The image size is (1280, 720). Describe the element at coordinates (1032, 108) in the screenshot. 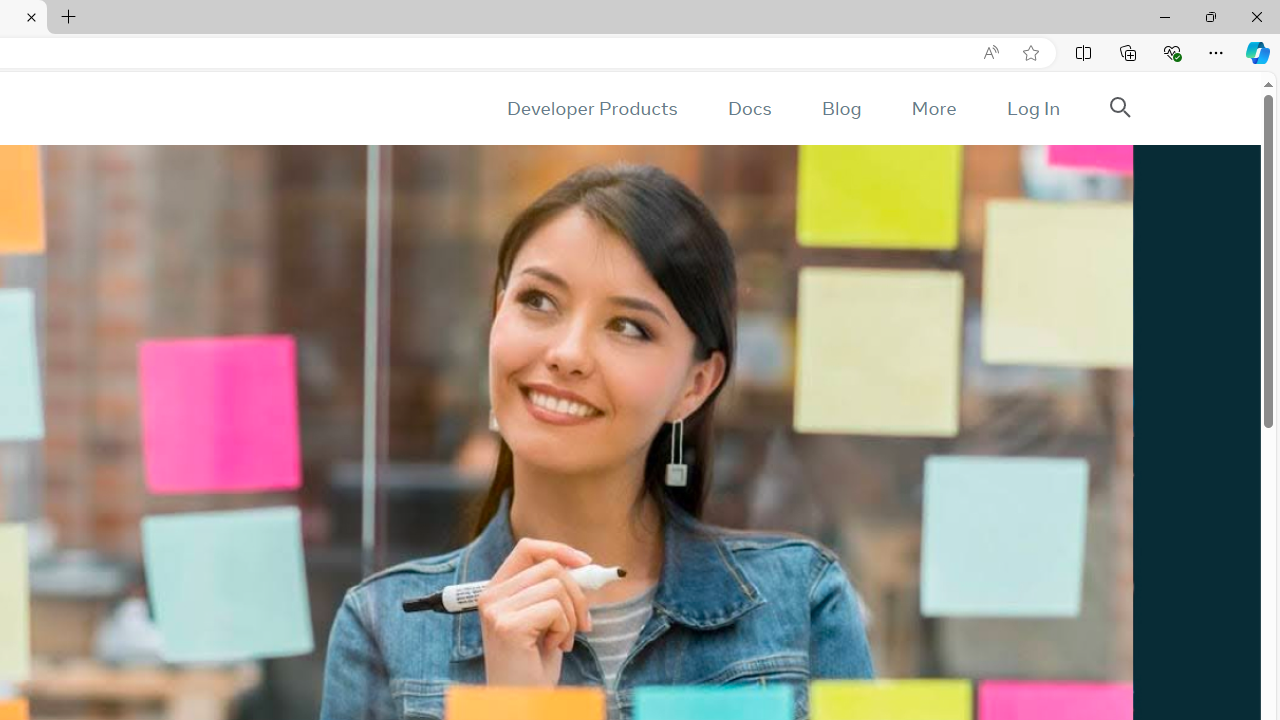

I see `'Log In'` at that location.